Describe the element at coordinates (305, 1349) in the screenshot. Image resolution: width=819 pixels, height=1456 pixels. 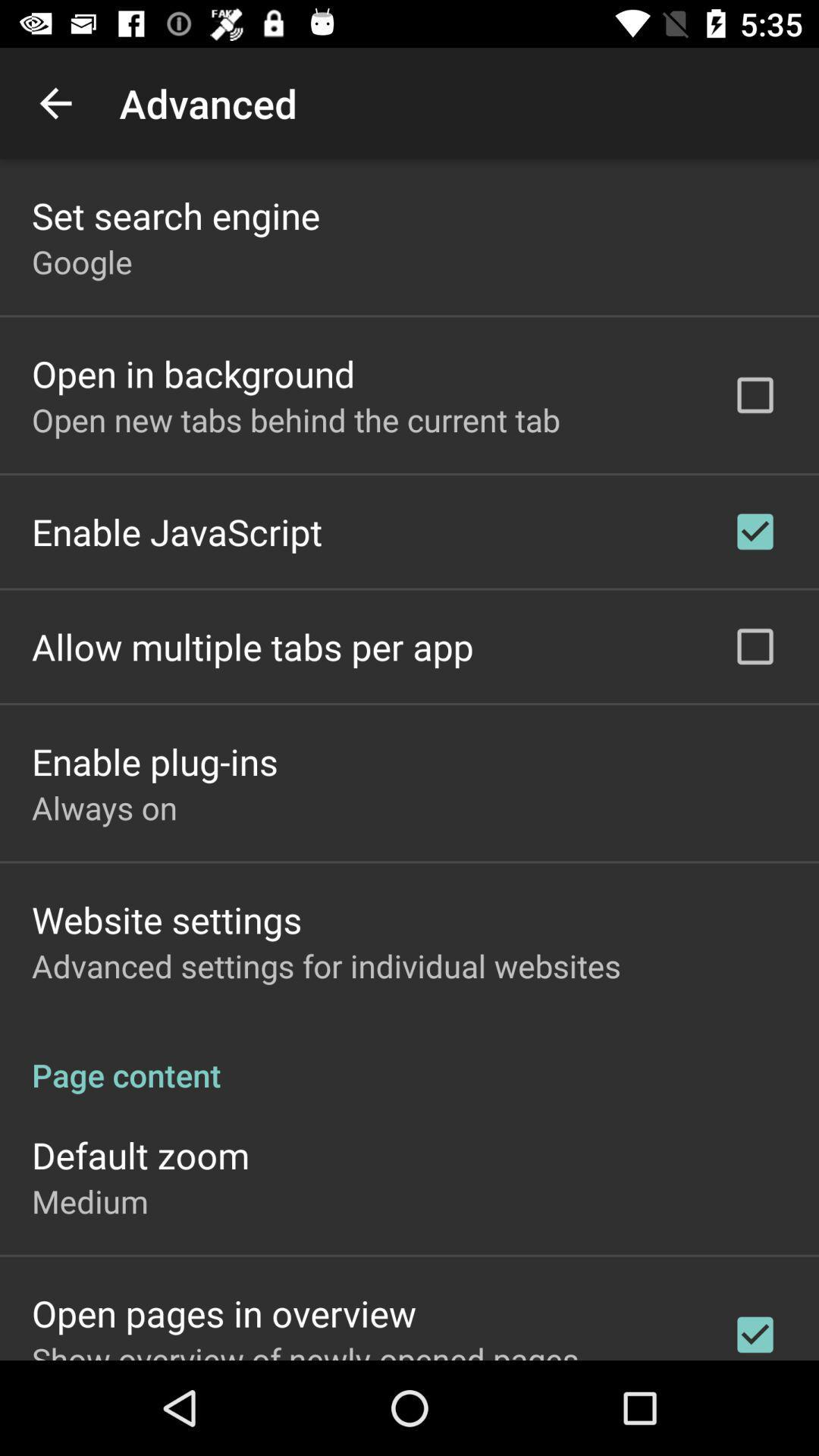
I see `show overview of item` at that location.